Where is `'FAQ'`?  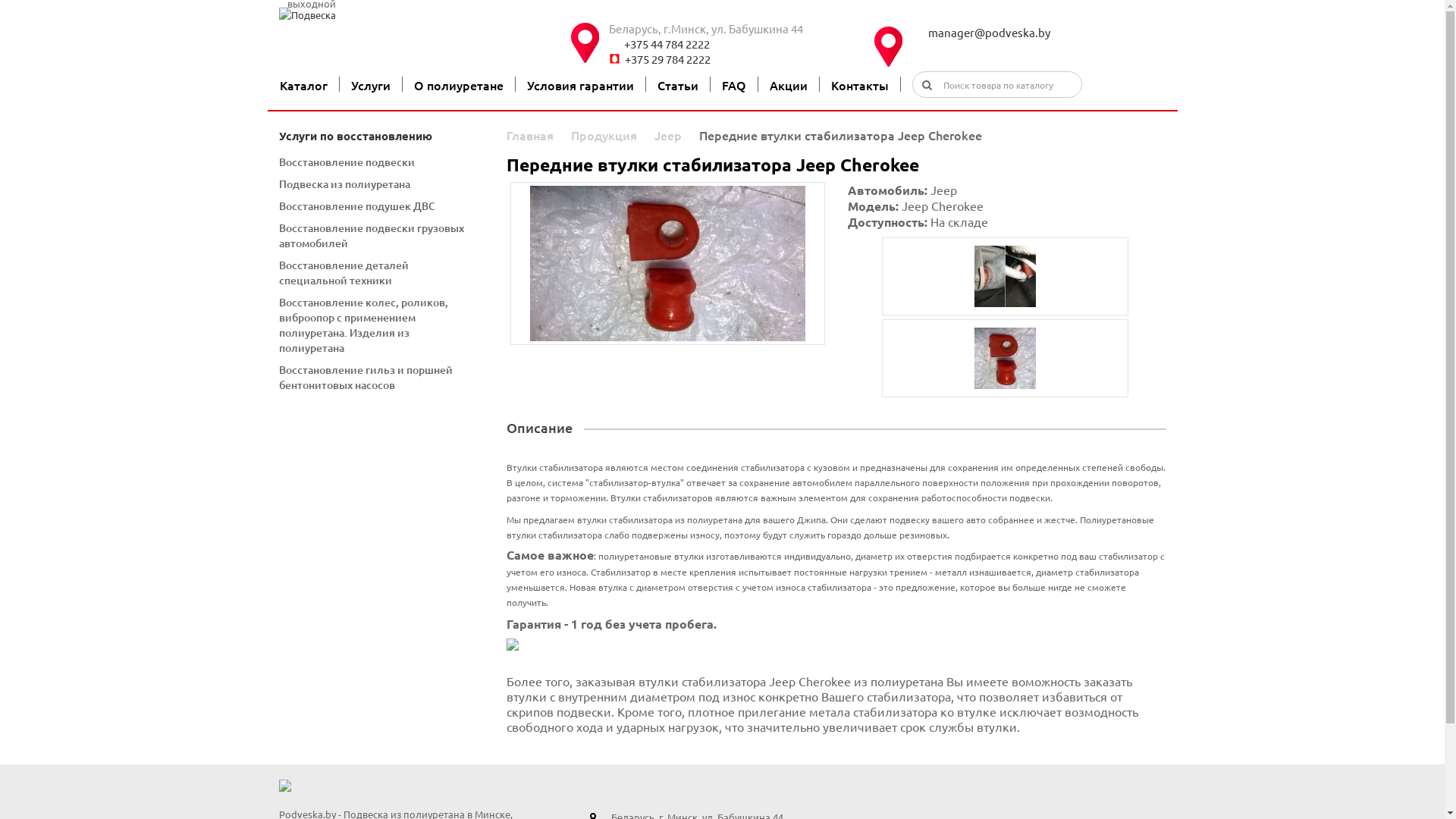 'FAQ' is located at coordinates (734, 84).